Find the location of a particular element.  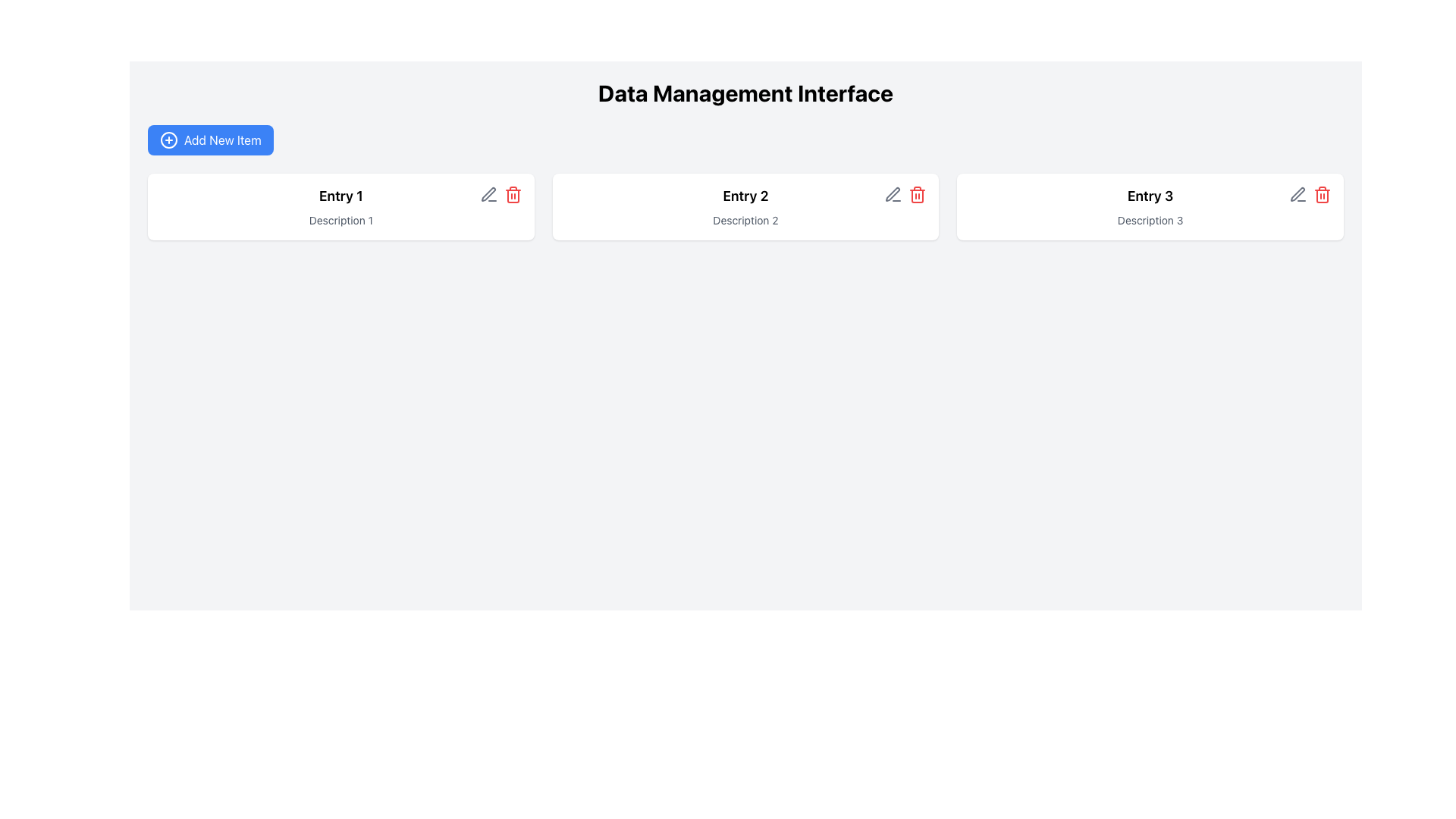

the bold text label that reads 'Entry 3', which is prominently positioned at the top of the third card in a horizontally aligned list of three cards is located at coordinates (1150, 195).